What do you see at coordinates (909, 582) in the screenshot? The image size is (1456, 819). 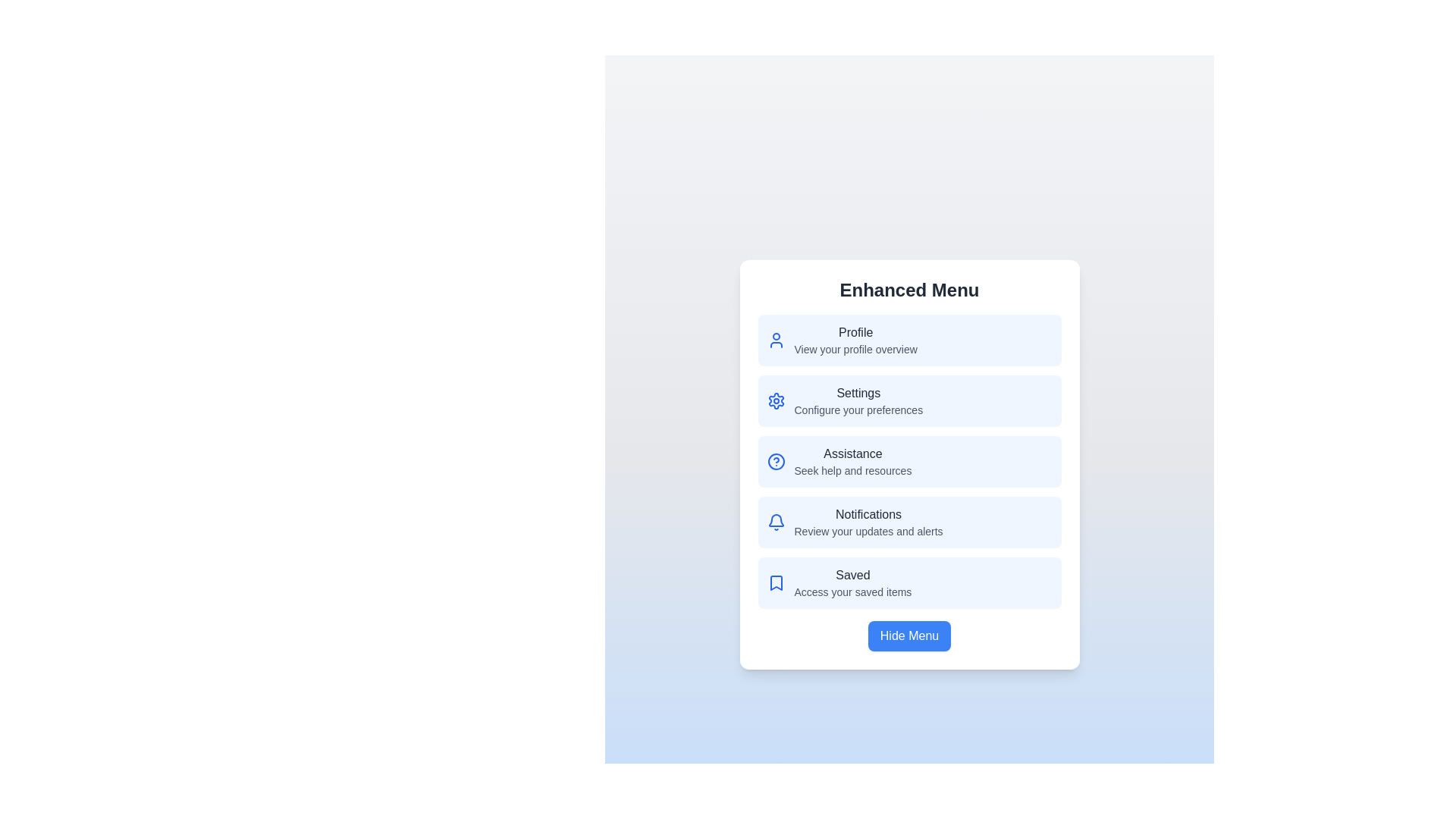 I see `the menu item labeled Saved to see its hover effect` at bounding box center [909, 582].